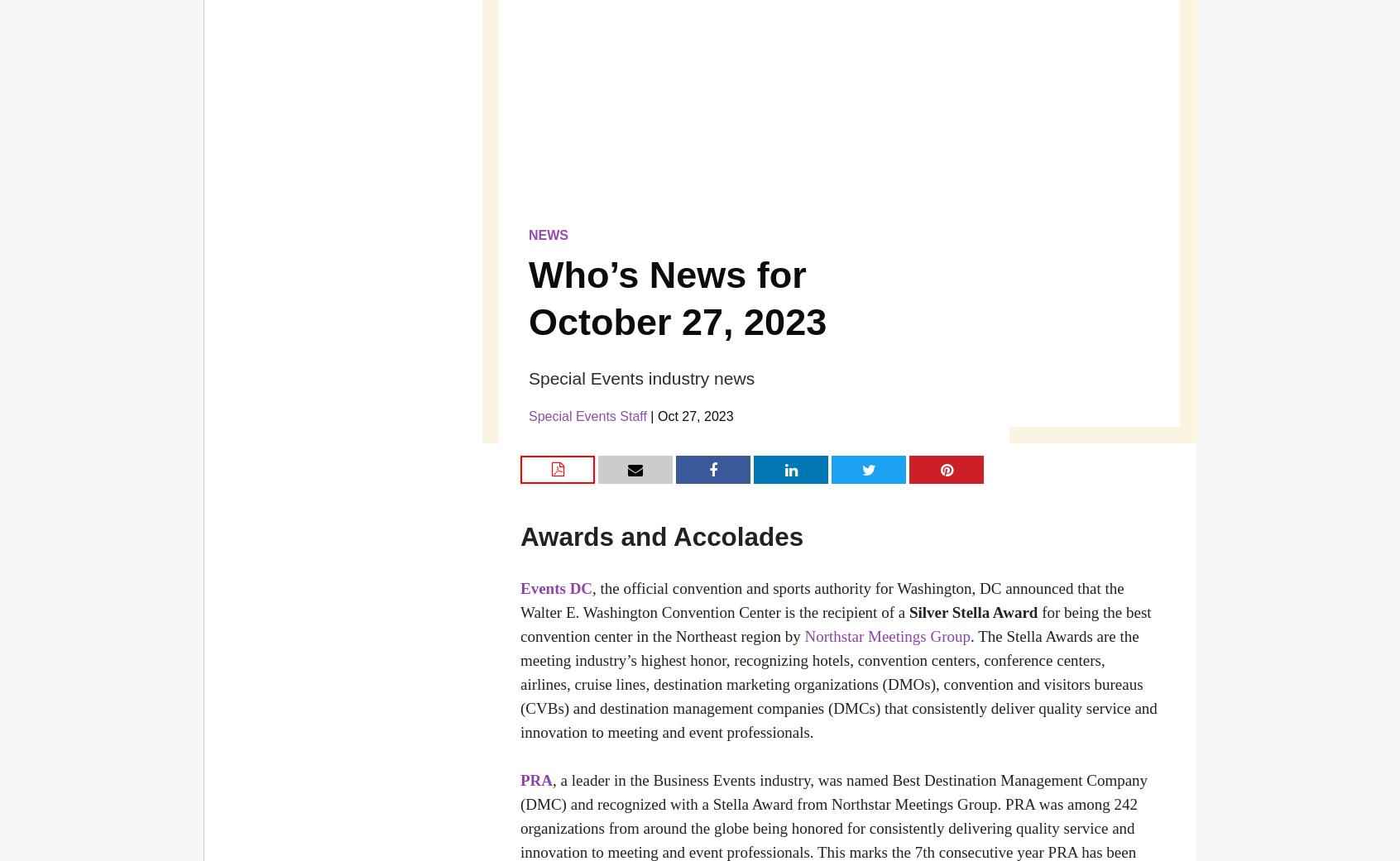  Describe the element at coordinates (661, 535) in the screenshot. I see `'Awards and Accolades'` at that location.